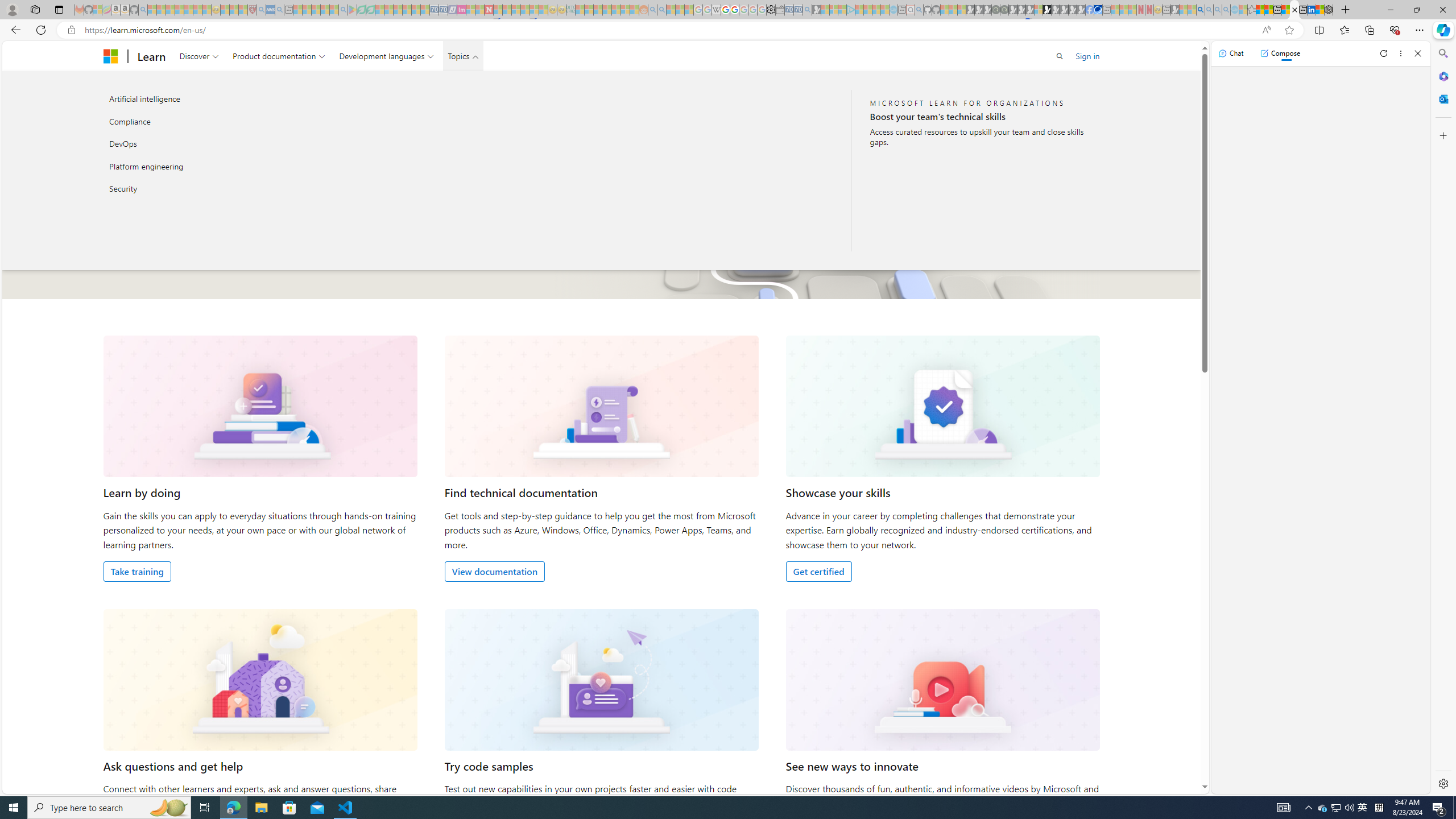 Image resolution: width=1456 pixels, height=819 pixels. Describe the element at coordinates (979, 115) in the screenshot. I see `'Boost your team'` at that location.